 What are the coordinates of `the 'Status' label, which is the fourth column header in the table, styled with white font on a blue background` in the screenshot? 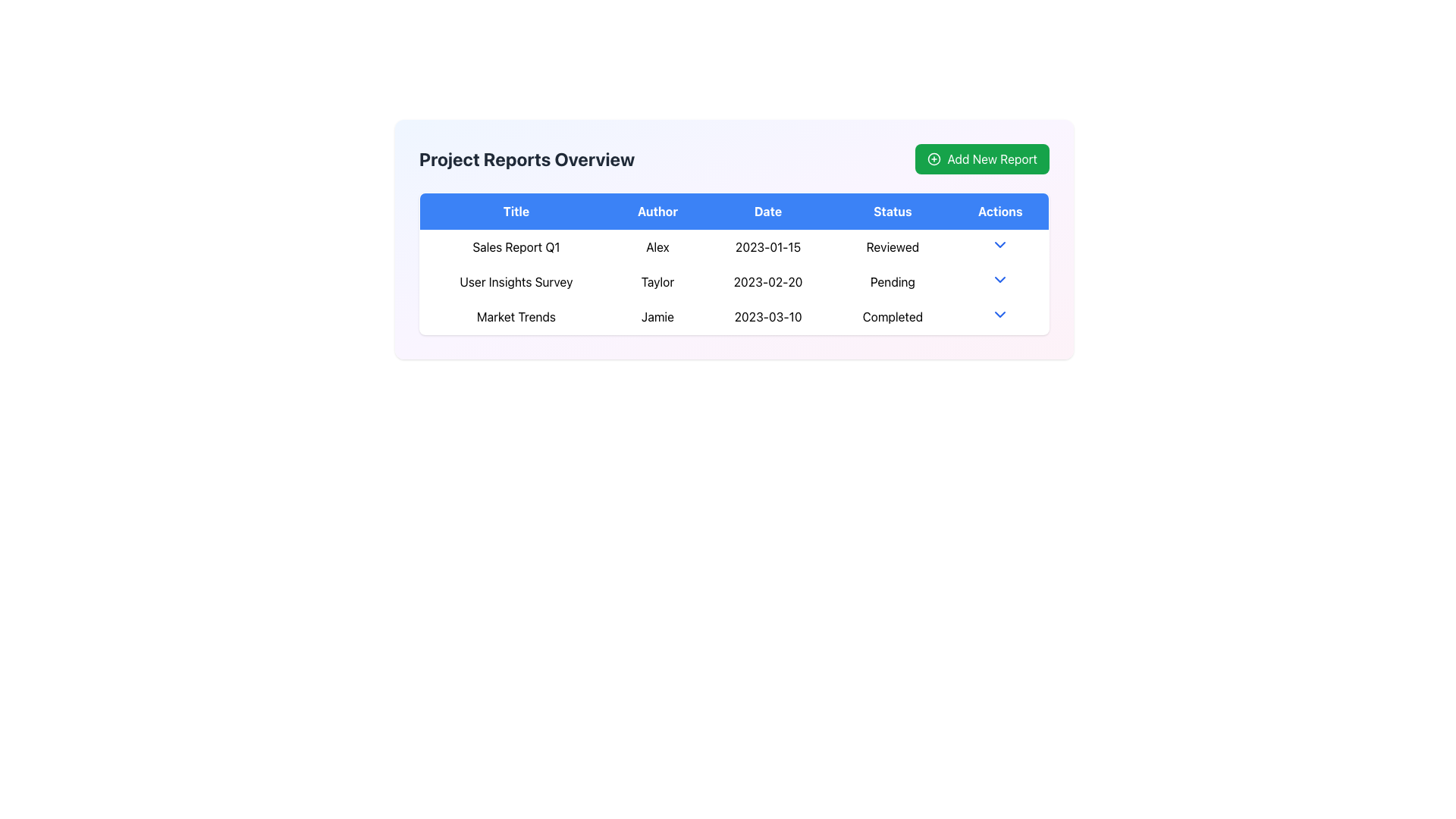 It's located at (893, 211).